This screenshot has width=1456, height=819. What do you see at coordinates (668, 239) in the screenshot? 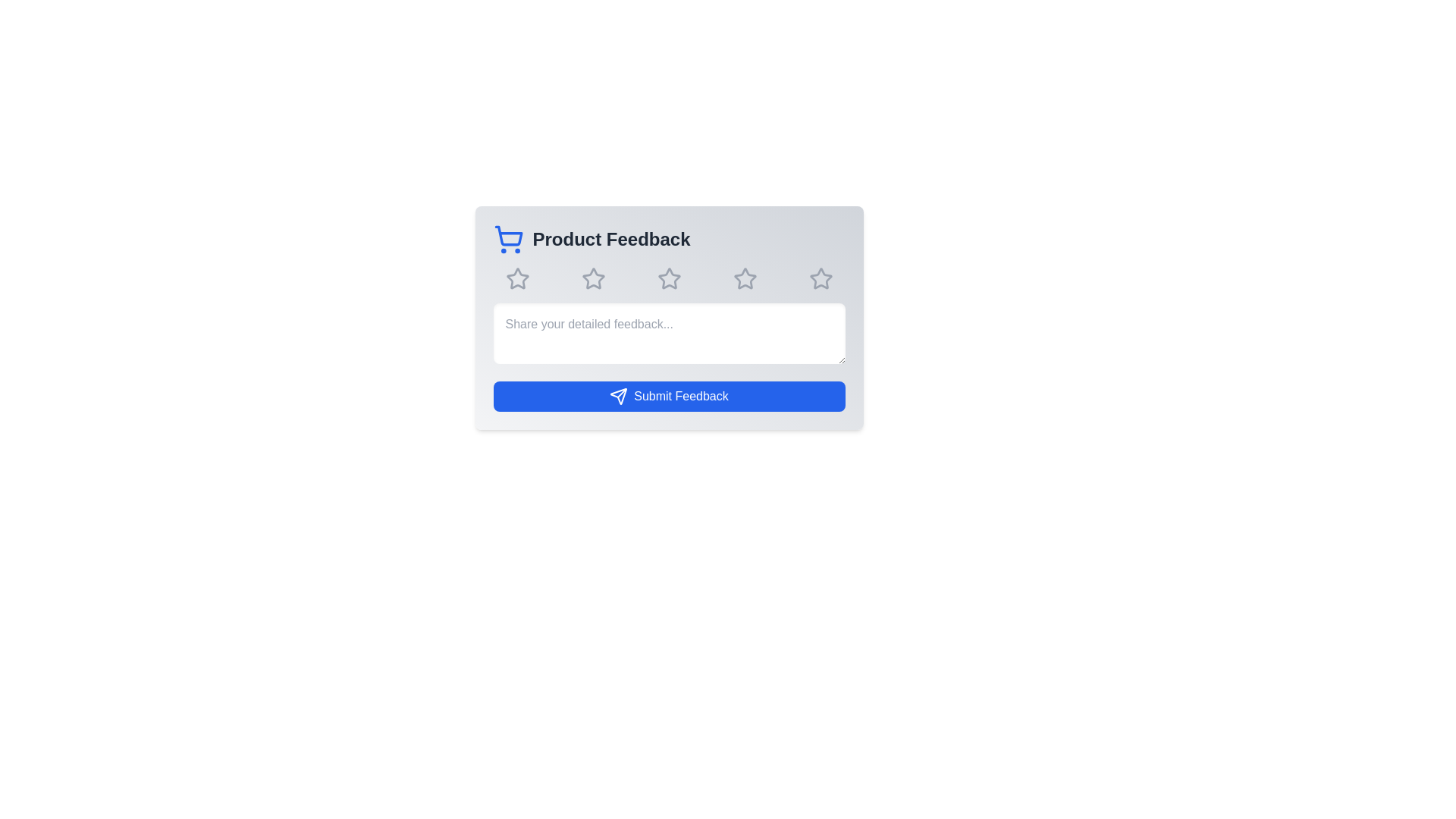
I see `the Header element that serves as a title indicating the purpose of the interface section, positioned above the star icons used for ratings` at bounding box center [668, 239].